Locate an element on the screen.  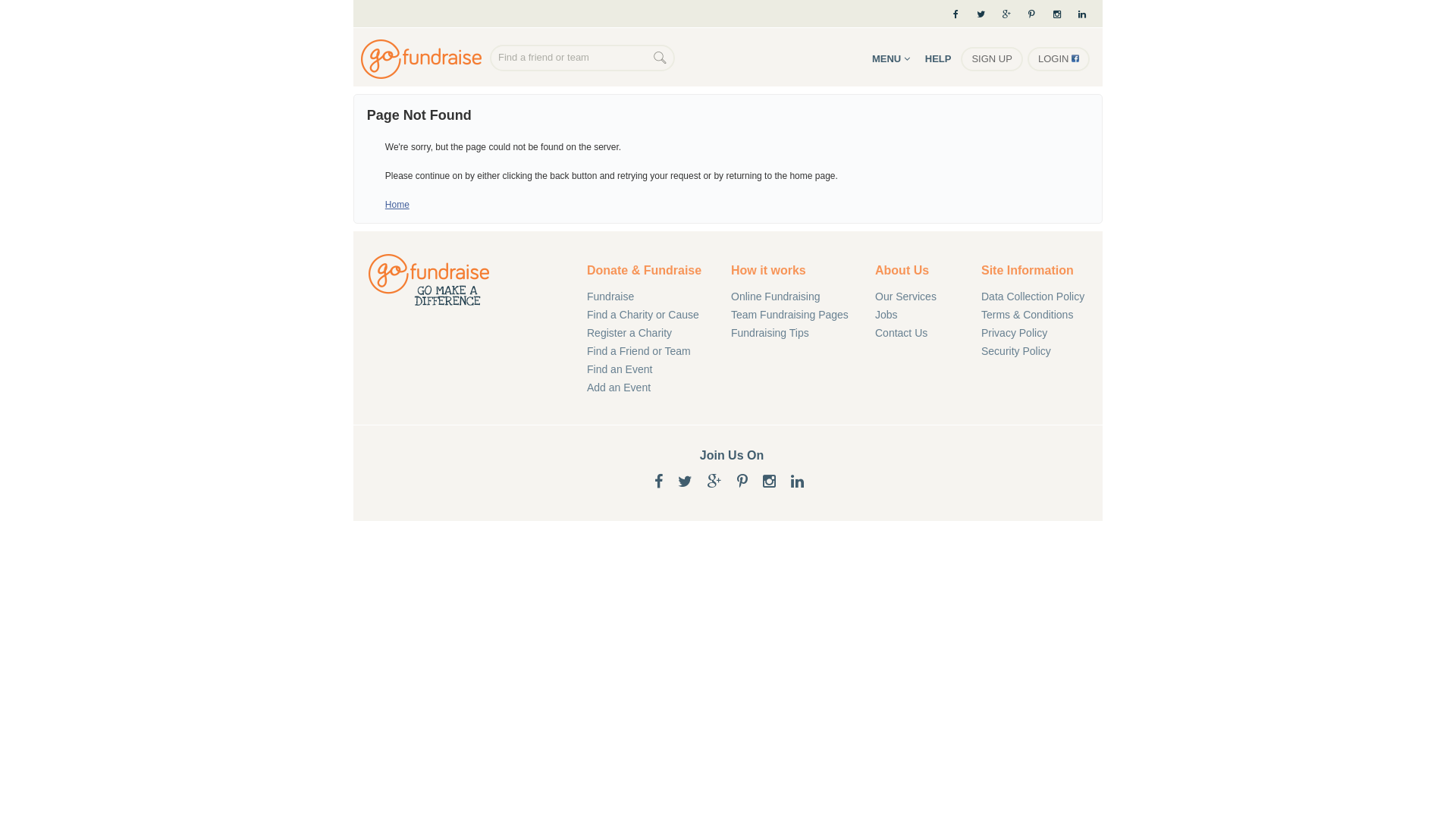
'Add an Event' is located at coordinates (648, 386).